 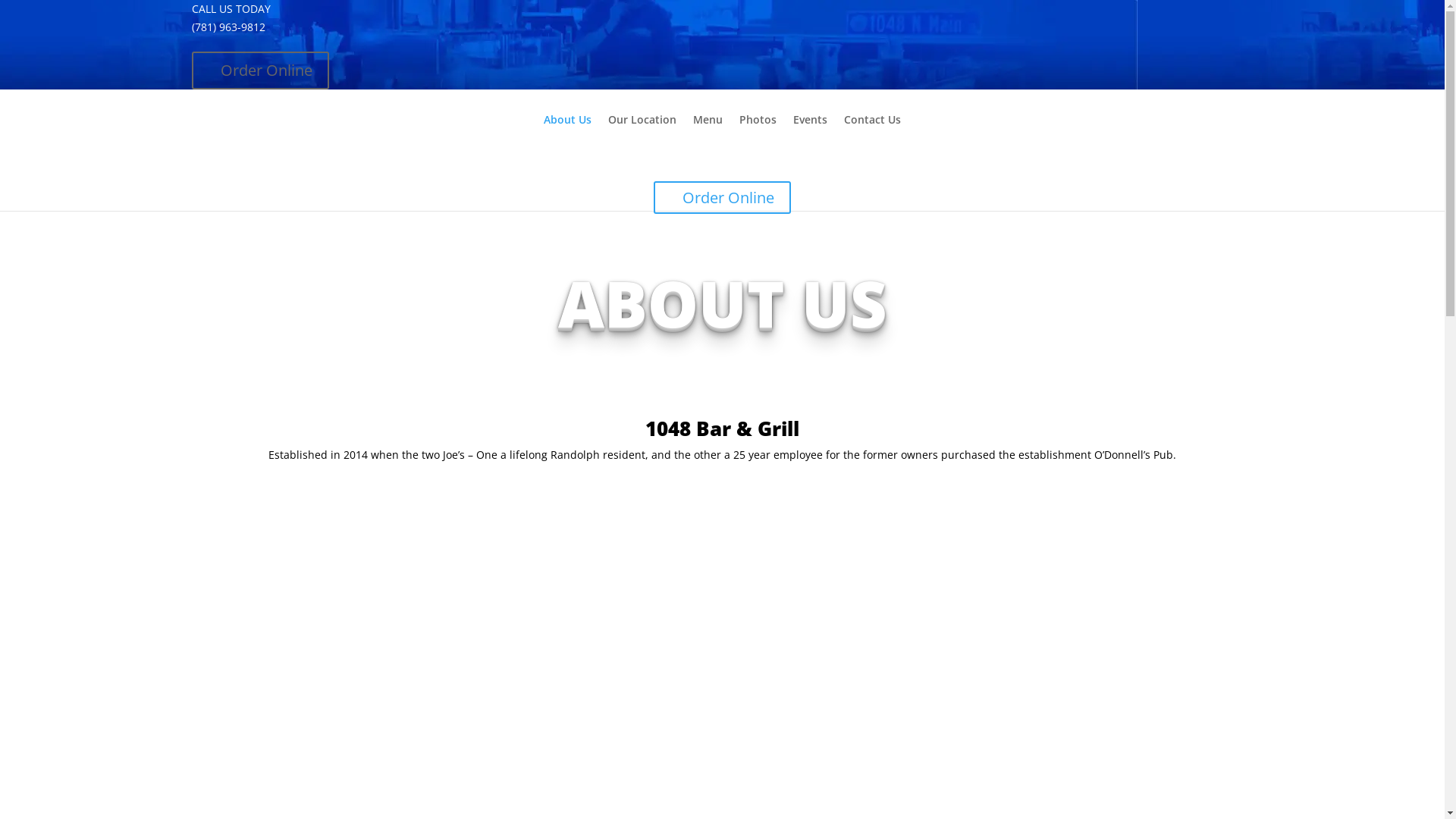 I want to click on 'Our Location', so click(x=607, y=131).